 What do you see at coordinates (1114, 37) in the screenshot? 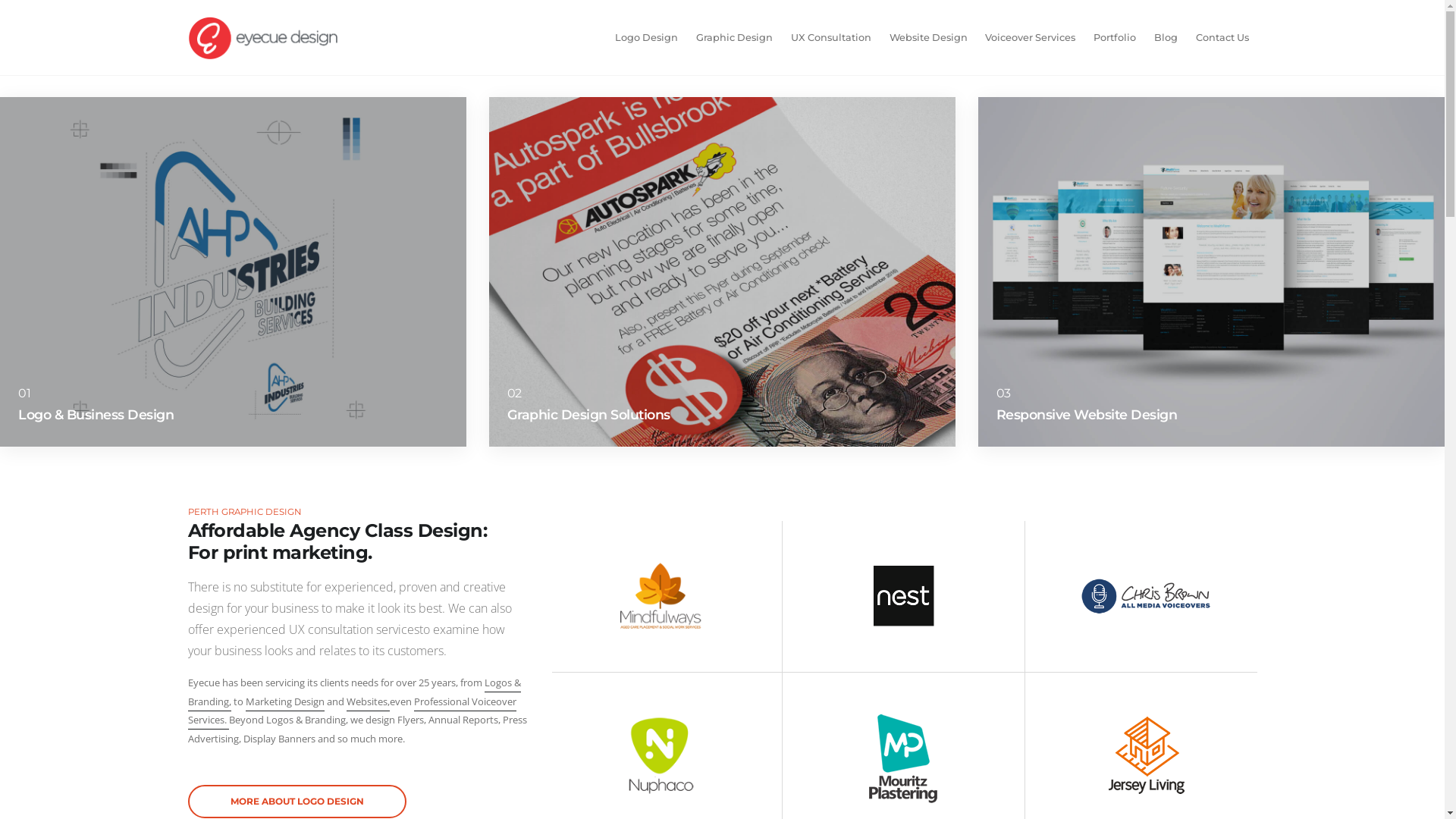
I see `'Portfolio'` at bounding box center [1114, 37].